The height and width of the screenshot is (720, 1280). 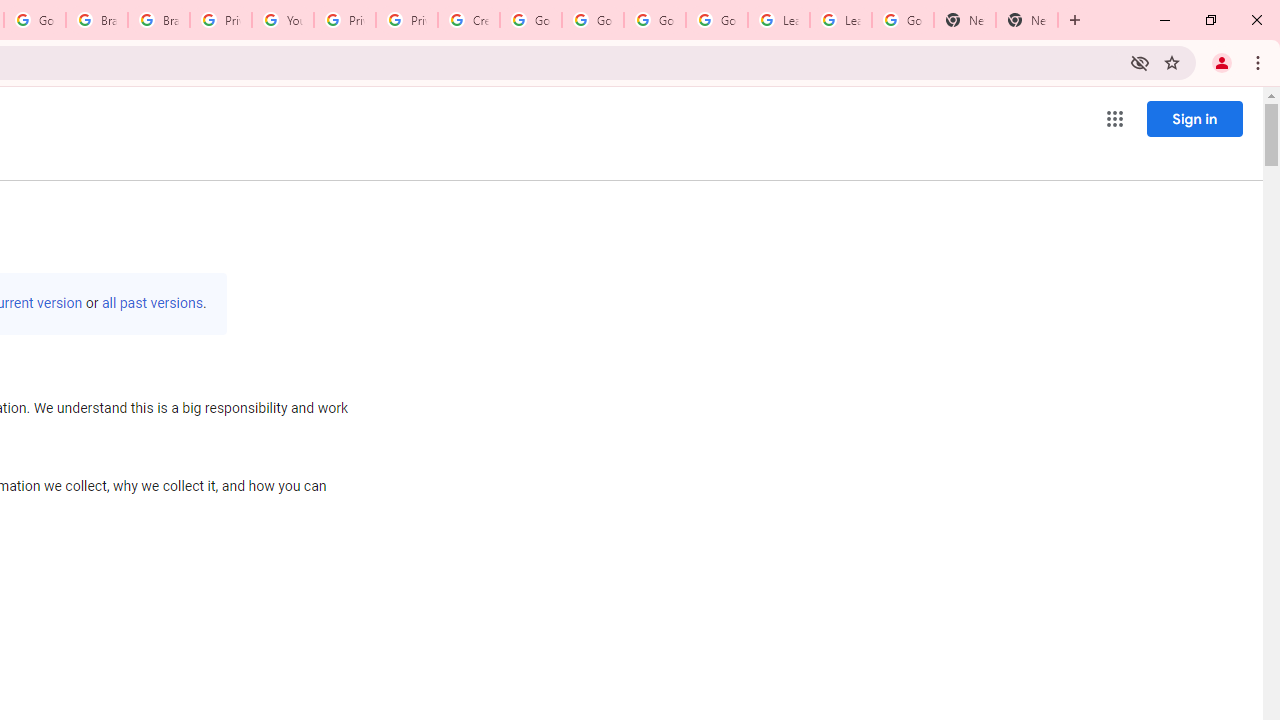 What do you see at coordinates (1139, 61) in the screenshot?
I see `'Third-party cookies blocked'` at bounding box center [1139, 61].